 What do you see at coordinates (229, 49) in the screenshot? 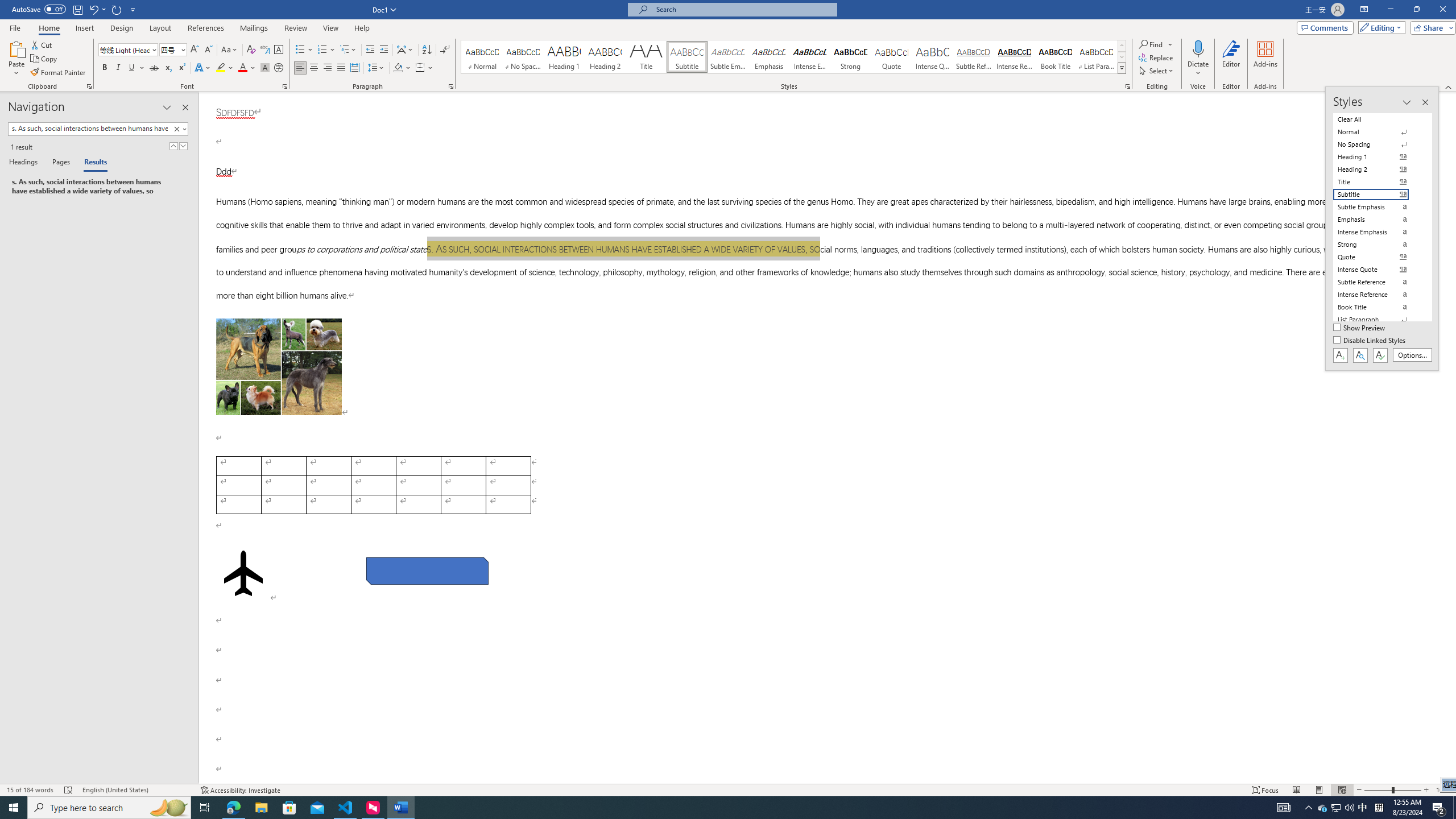
I see `'Change Case'` at bounding box center [229, 49].